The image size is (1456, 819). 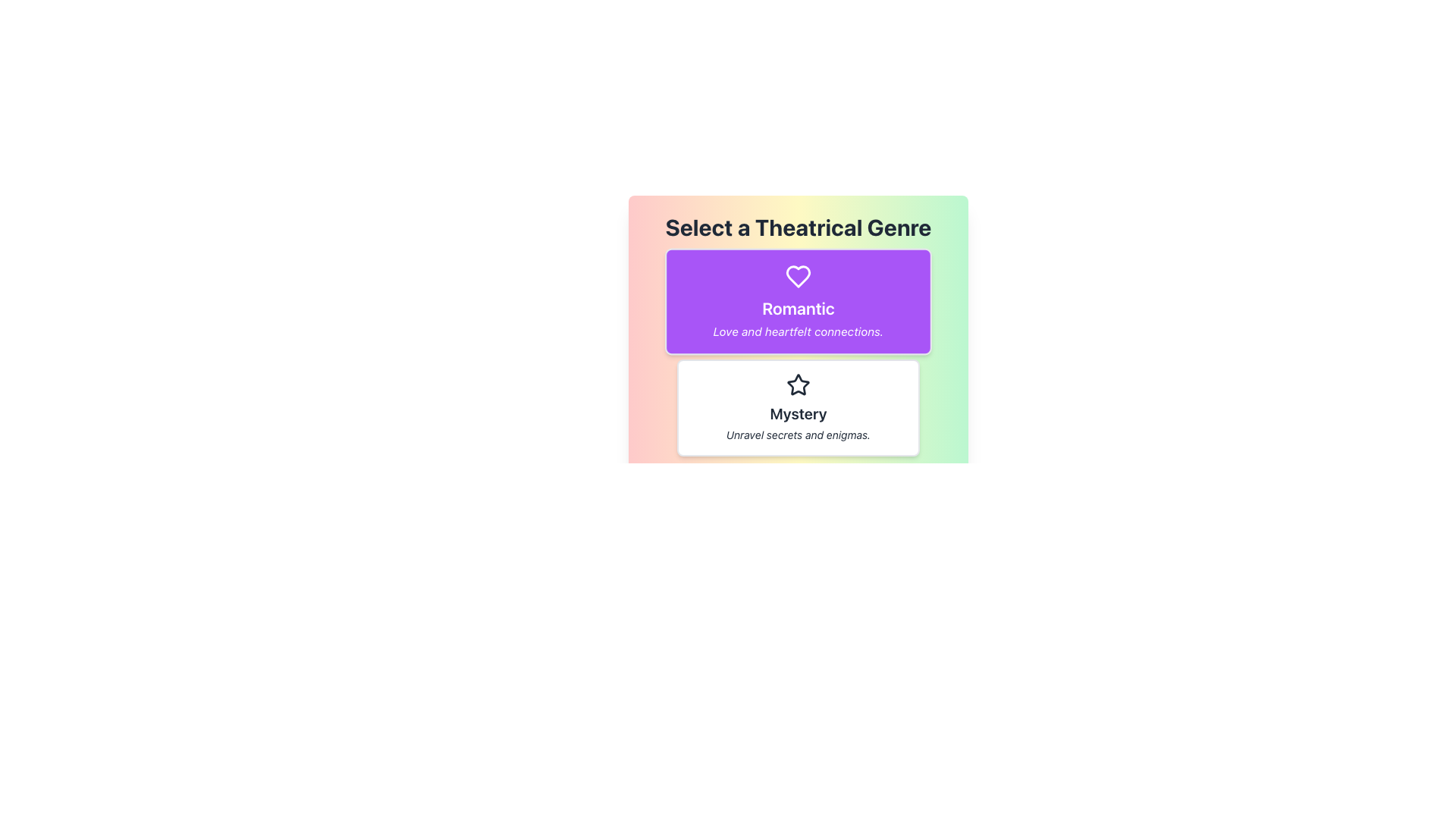 I want to click on the Text Display element that shows the header 'Select a Theatrical Genre', which is bold and large with a dark font color against a multicolored gradient background, so click(x=797, y=227).